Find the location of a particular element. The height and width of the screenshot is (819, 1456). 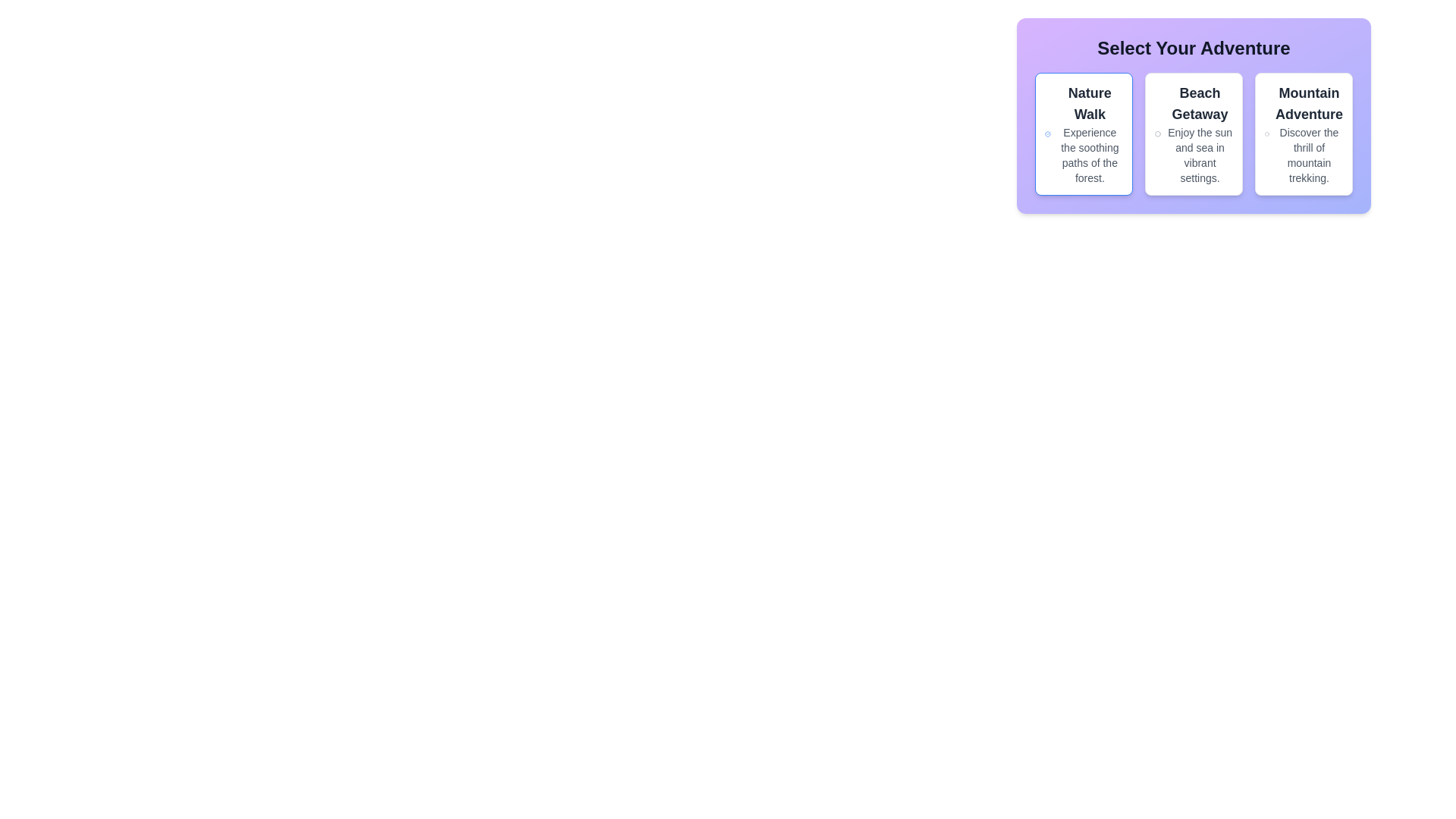

descriptive text block titled 'Nature Walk' that includes the description 'Experience the soothing paths of the forest.' is located at coordinates (1089, 133).